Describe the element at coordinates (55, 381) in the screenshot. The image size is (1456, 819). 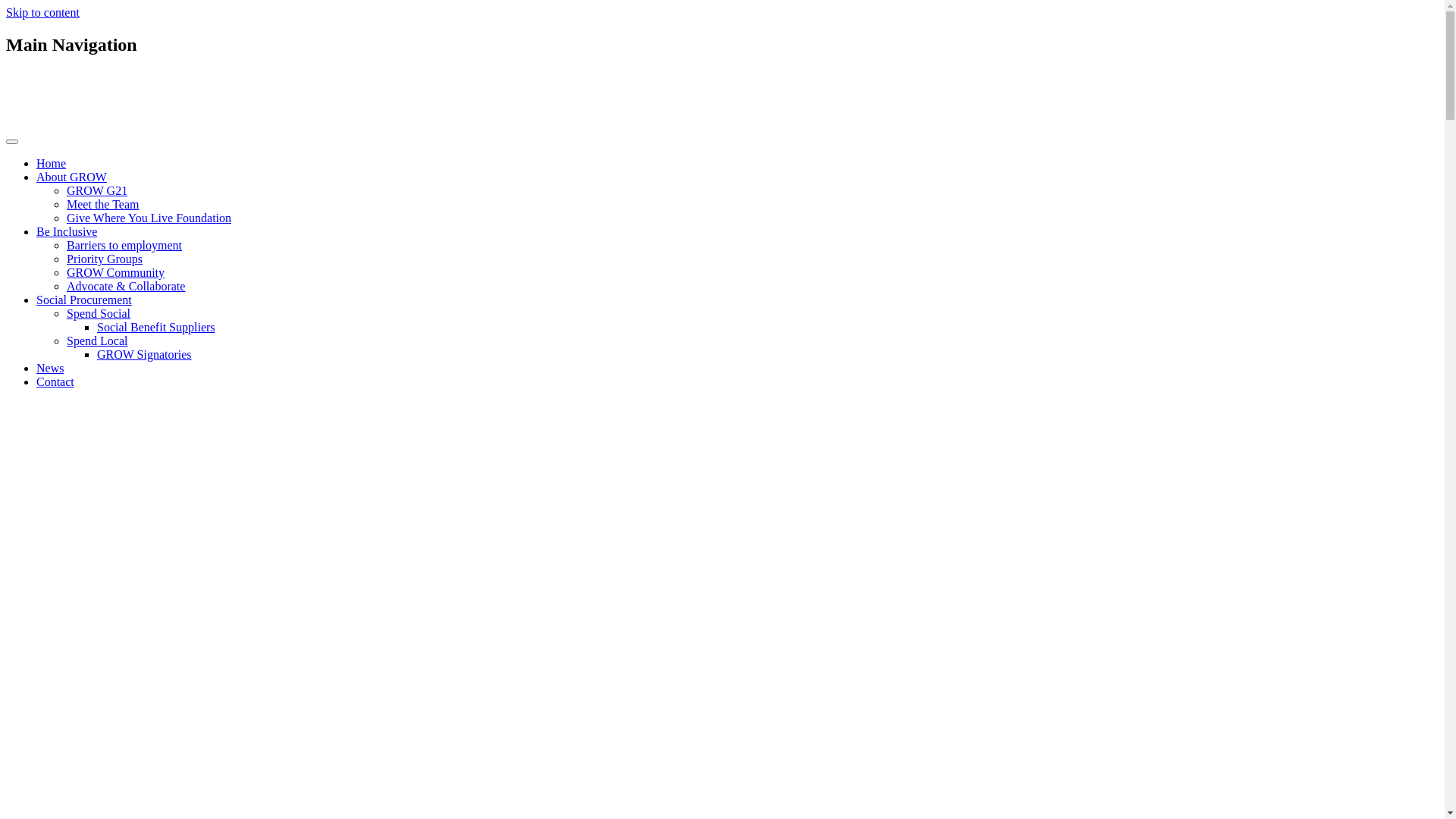
I see `'Contact'` at that location.